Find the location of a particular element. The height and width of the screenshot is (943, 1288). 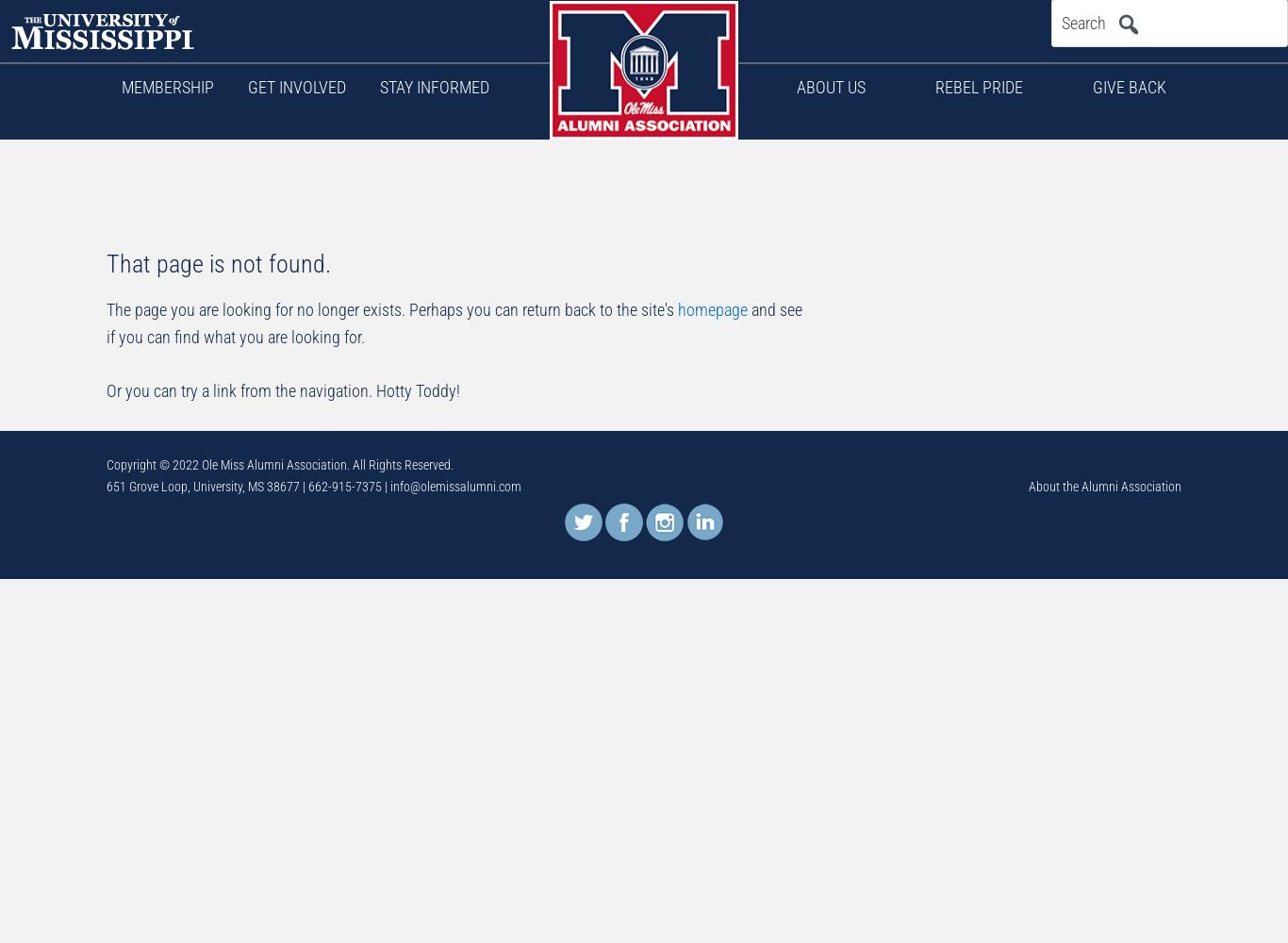

'GIVE BACK' is located at coordinates (1129, 86).